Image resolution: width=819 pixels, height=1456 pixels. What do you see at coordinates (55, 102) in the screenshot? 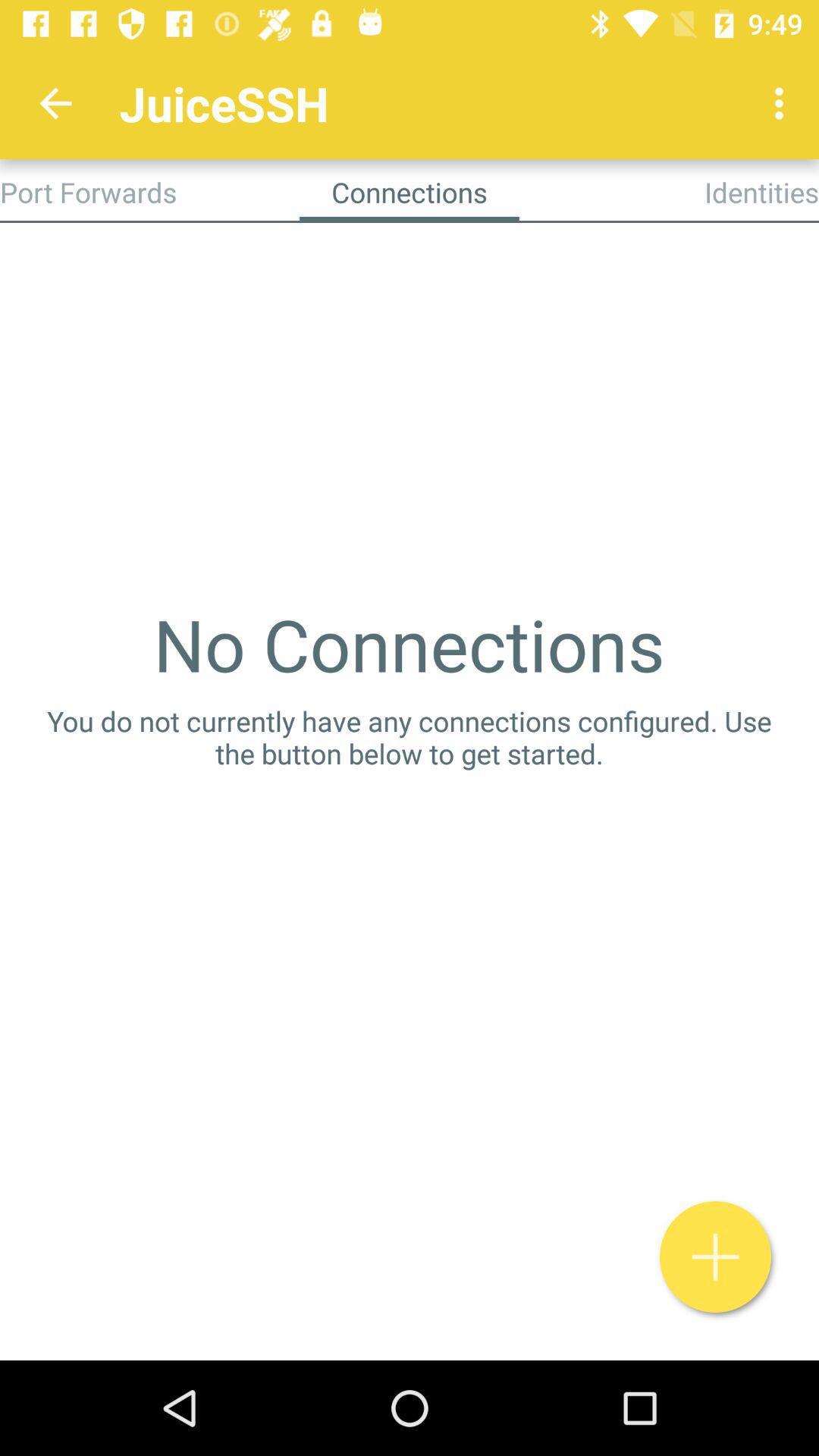
I see `icon next to the juicessh` at bounding box center [55, 102].